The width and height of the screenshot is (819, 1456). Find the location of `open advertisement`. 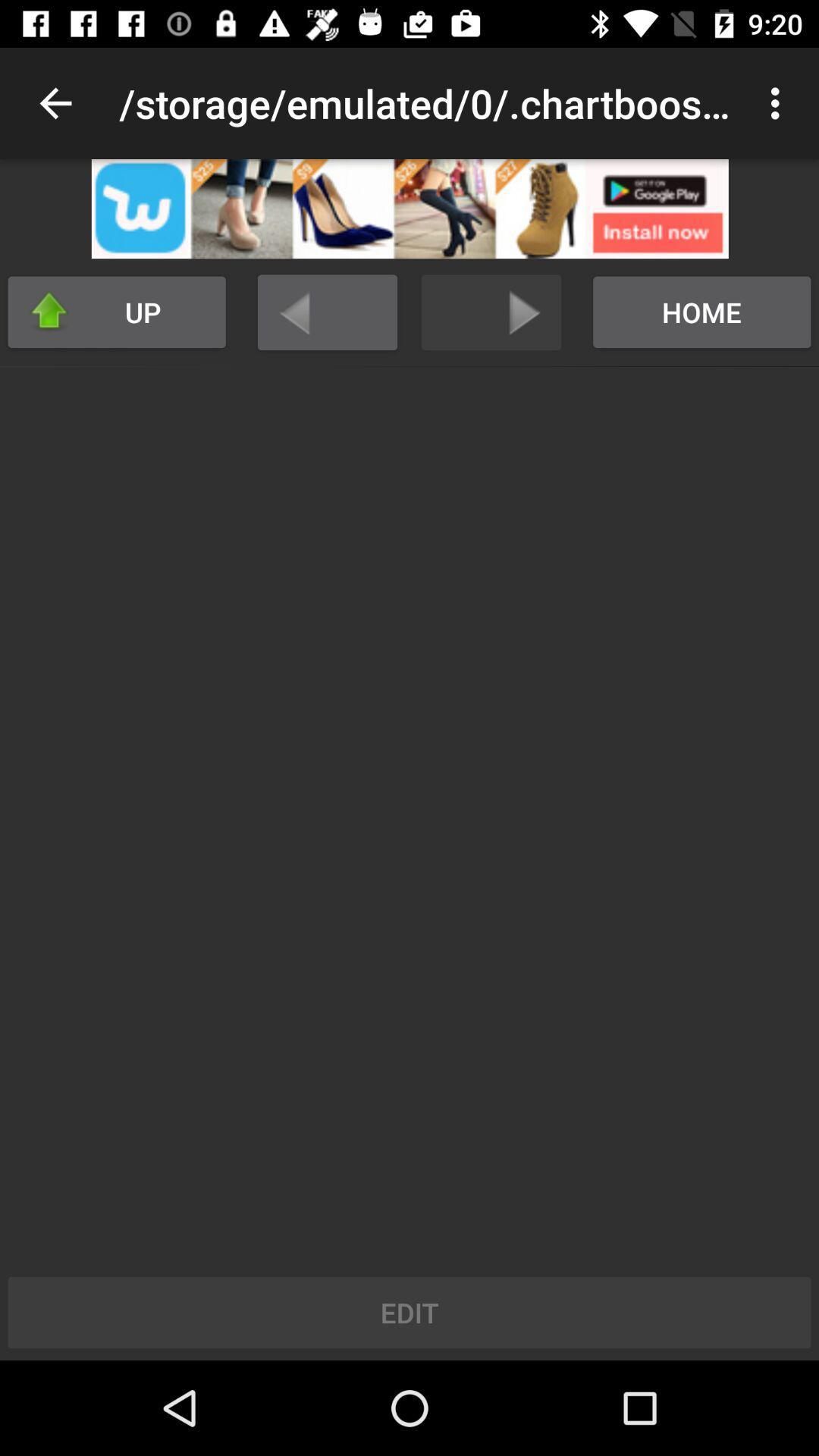

open advertisement is located at coordinates (409, 208).